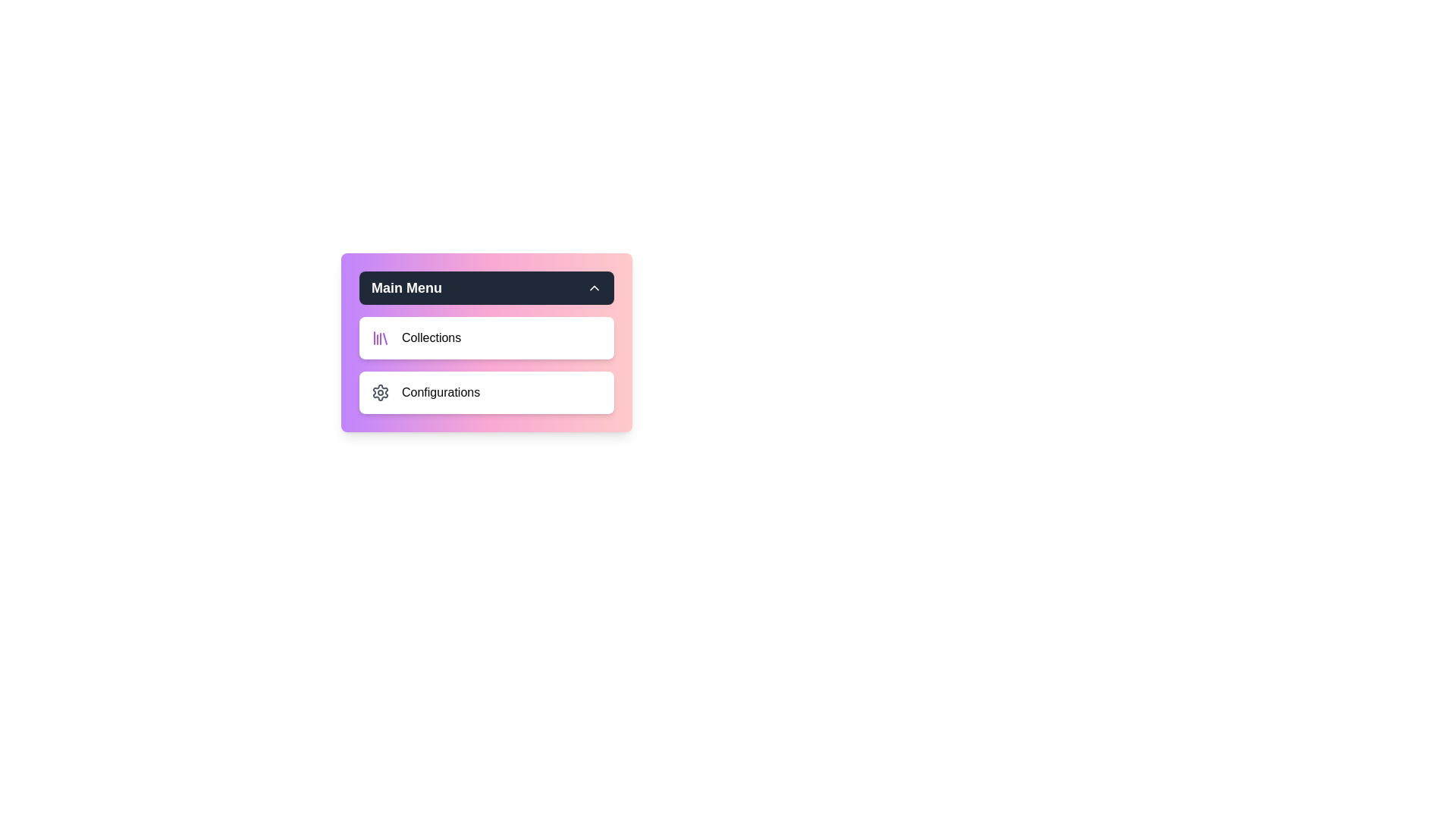  I want to click on the 'Configurations' text label to associate it with the adjacent gear icon, so click(440, 391).